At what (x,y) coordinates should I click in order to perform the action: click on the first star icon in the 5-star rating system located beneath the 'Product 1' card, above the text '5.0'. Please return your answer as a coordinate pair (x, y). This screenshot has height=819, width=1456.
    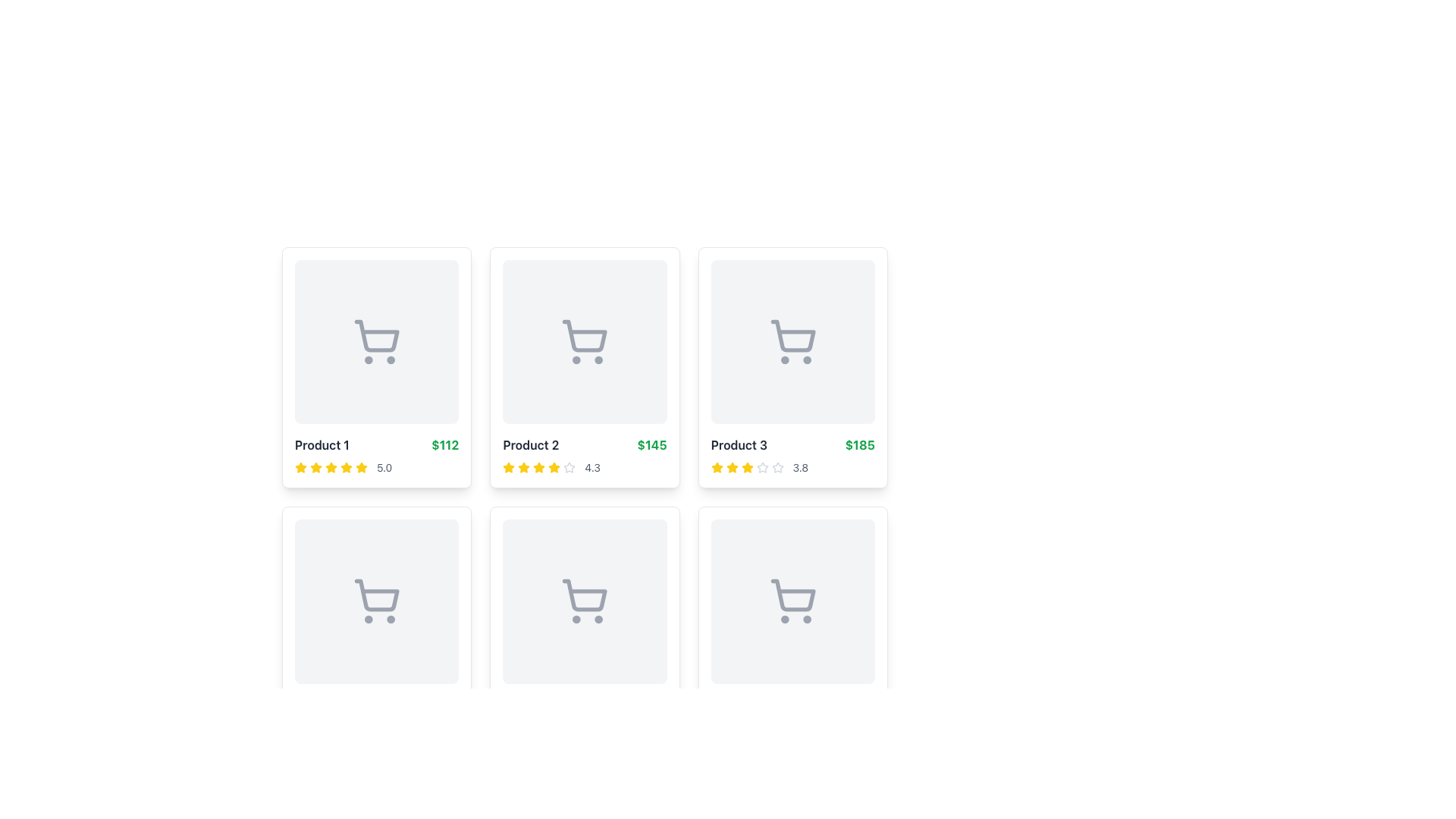
    Looking at the image, I should click on (315, 467).